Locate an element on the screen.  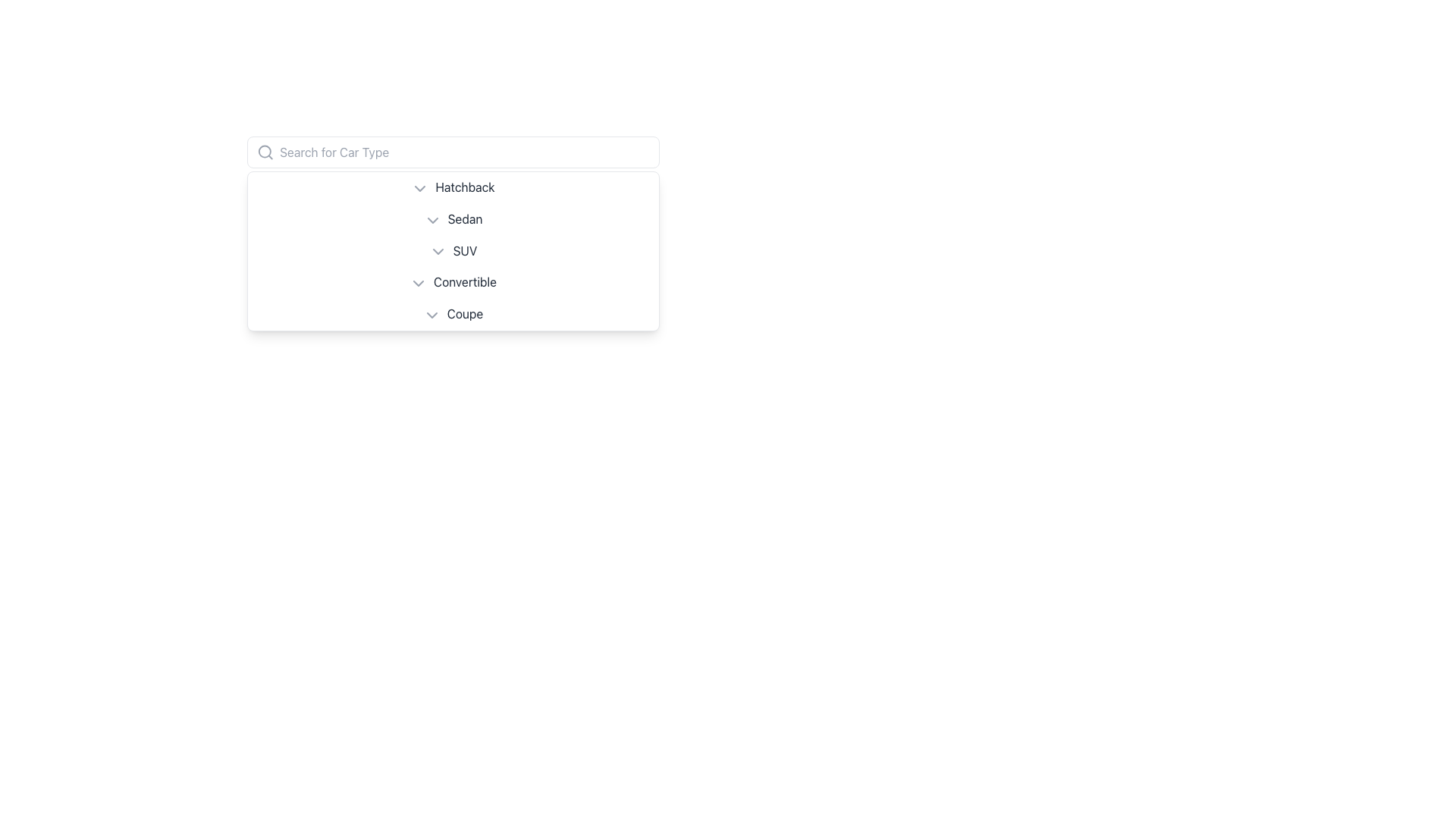
to select the 'Sedan' option from the dropdown menu, which is visually represented with the text 'Sedan' and a chevron-down icon, located below 'Hatchback' and above 'SUV' is located at coordinates (452, 219).